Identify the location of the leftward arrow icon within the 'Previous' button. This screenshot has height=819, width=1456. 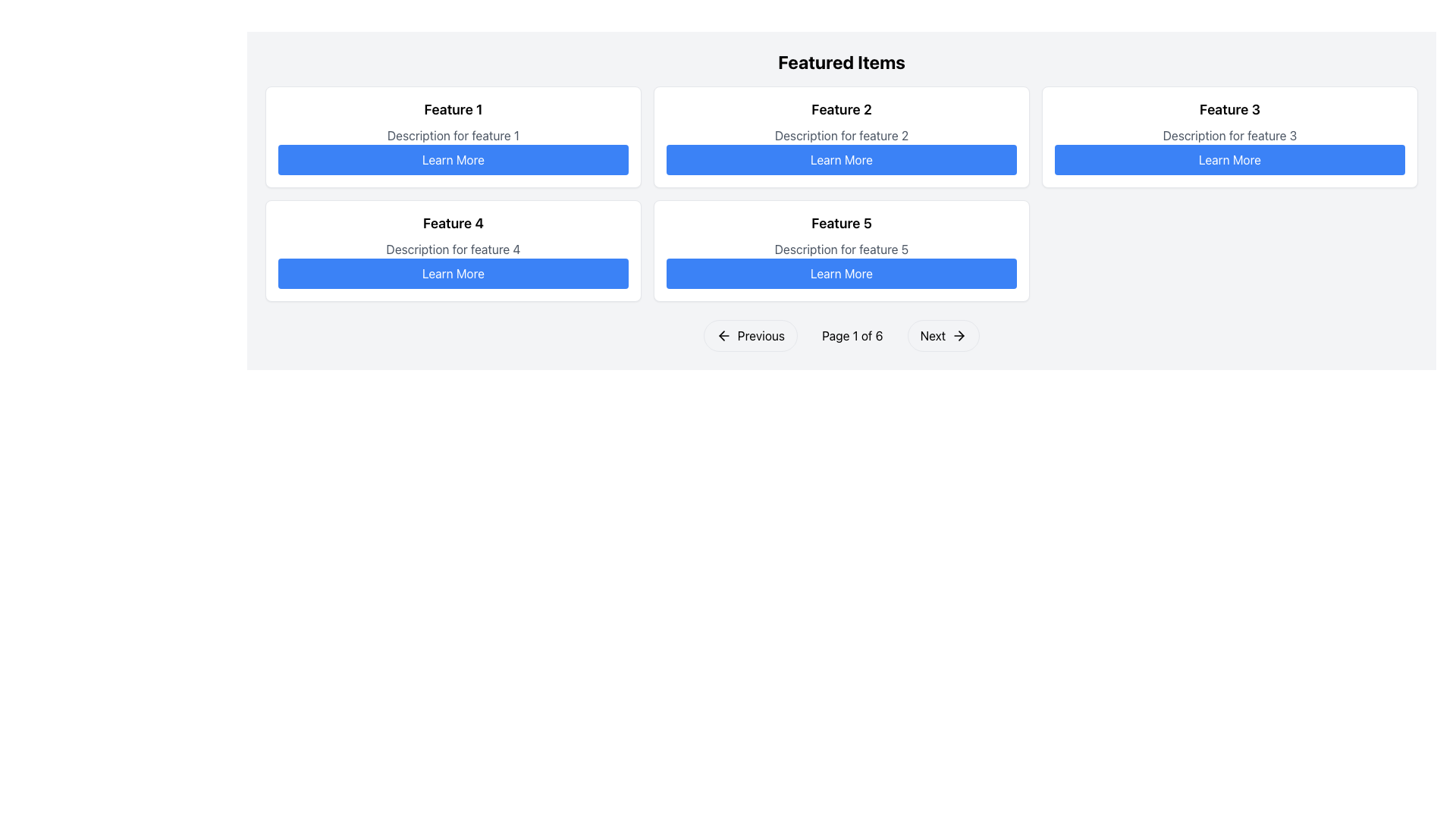
(723, 335).